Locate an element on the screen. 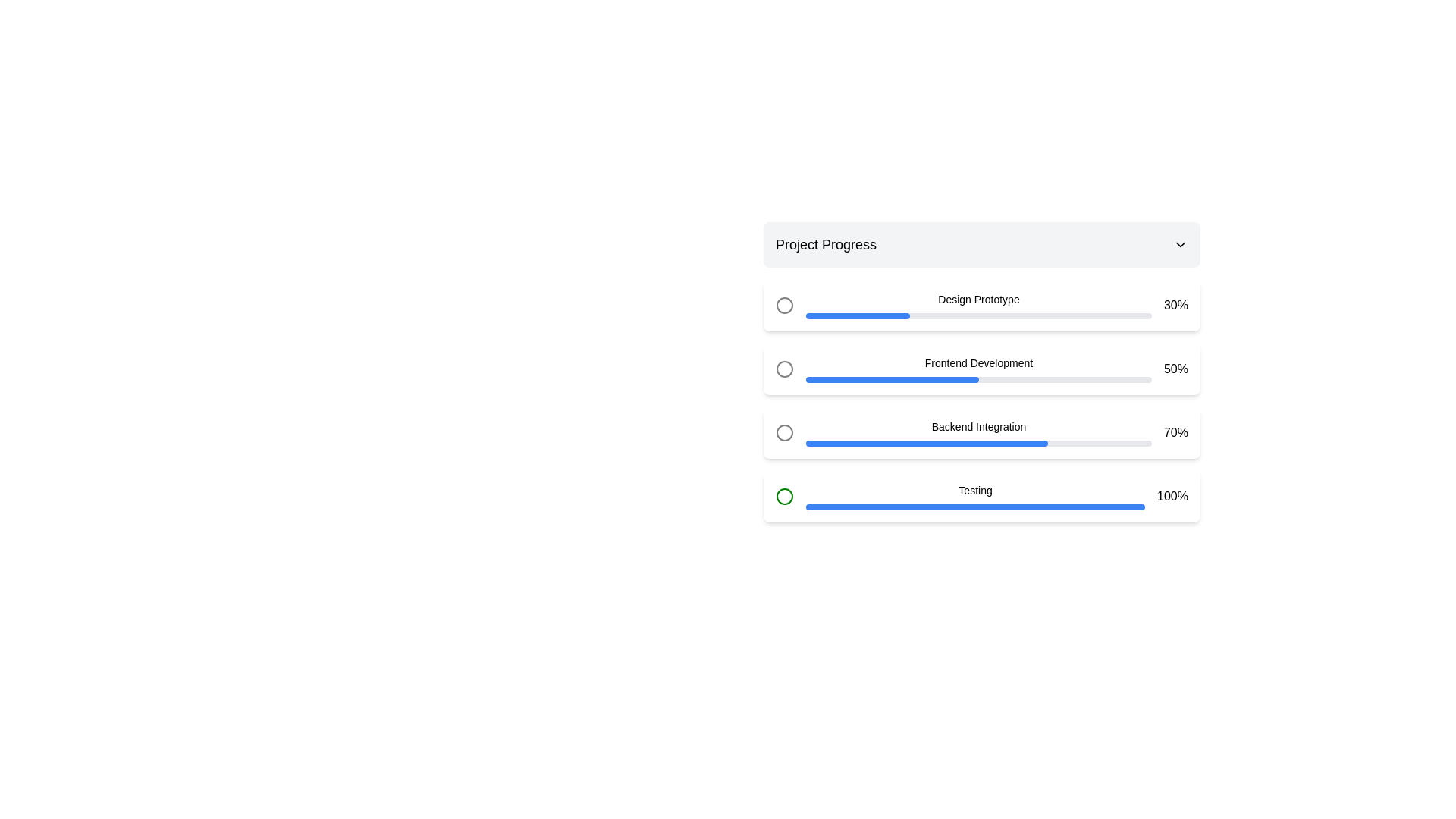 This screenshot has width=1456, height=819. the 'Design Prototype' label in the progress tracker item is located at coordinates (979, 305).